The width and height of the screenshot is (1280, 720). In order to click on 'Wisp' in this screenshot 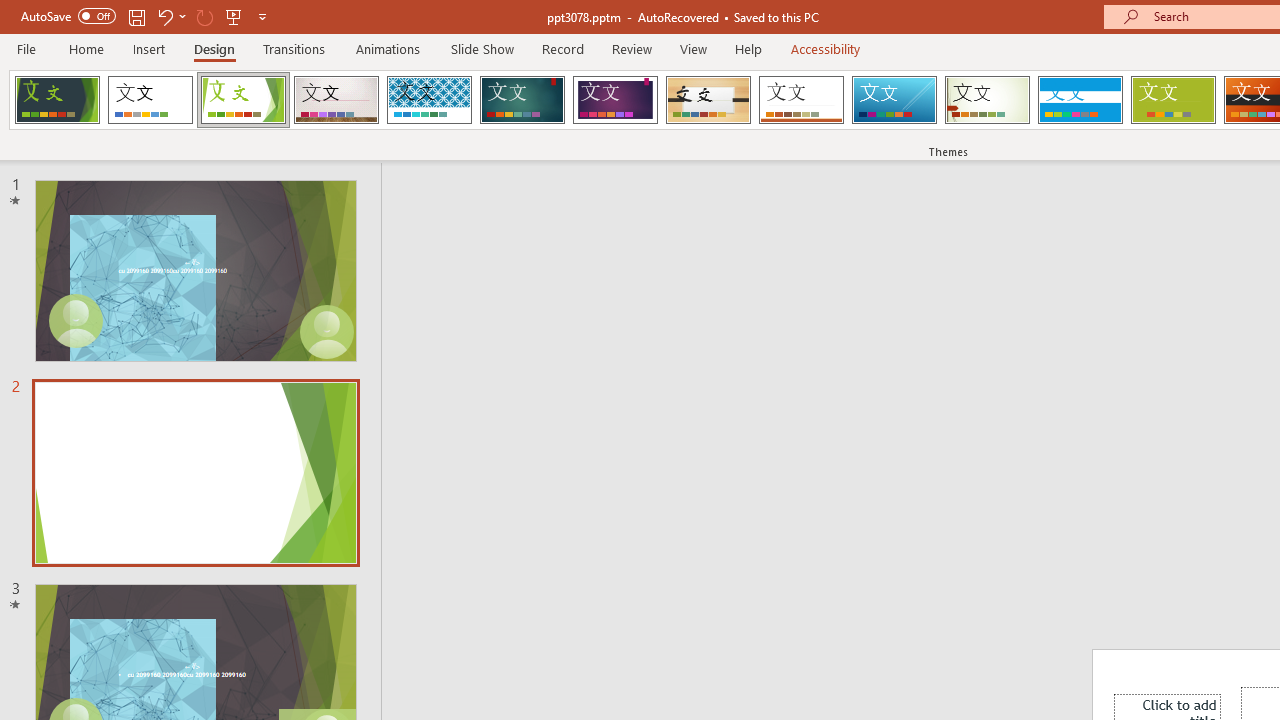, I will do `click(987, 100)`.